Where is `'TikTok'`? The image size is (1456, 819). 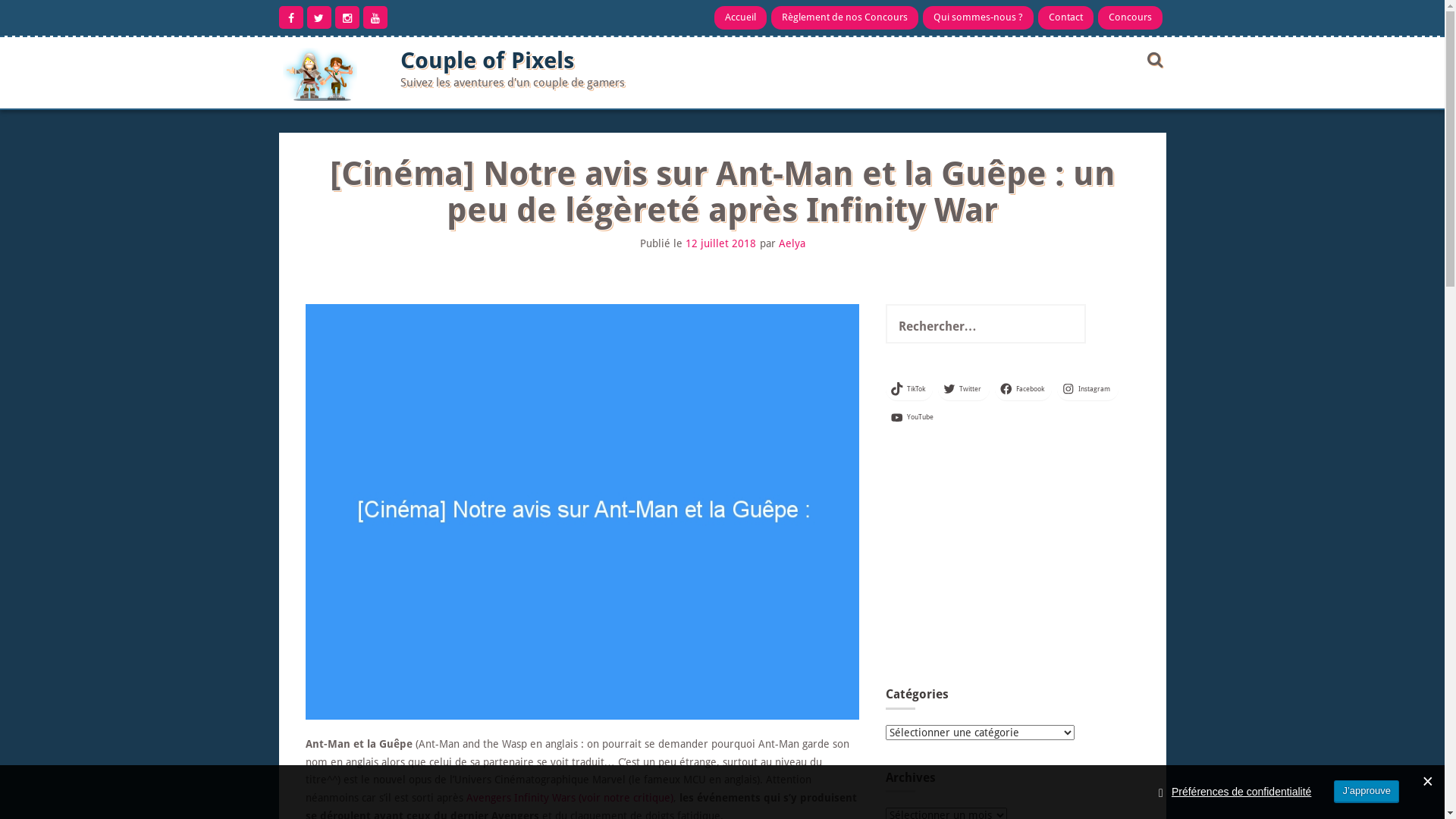
'TikTok' is located at coordinates (909, 388).